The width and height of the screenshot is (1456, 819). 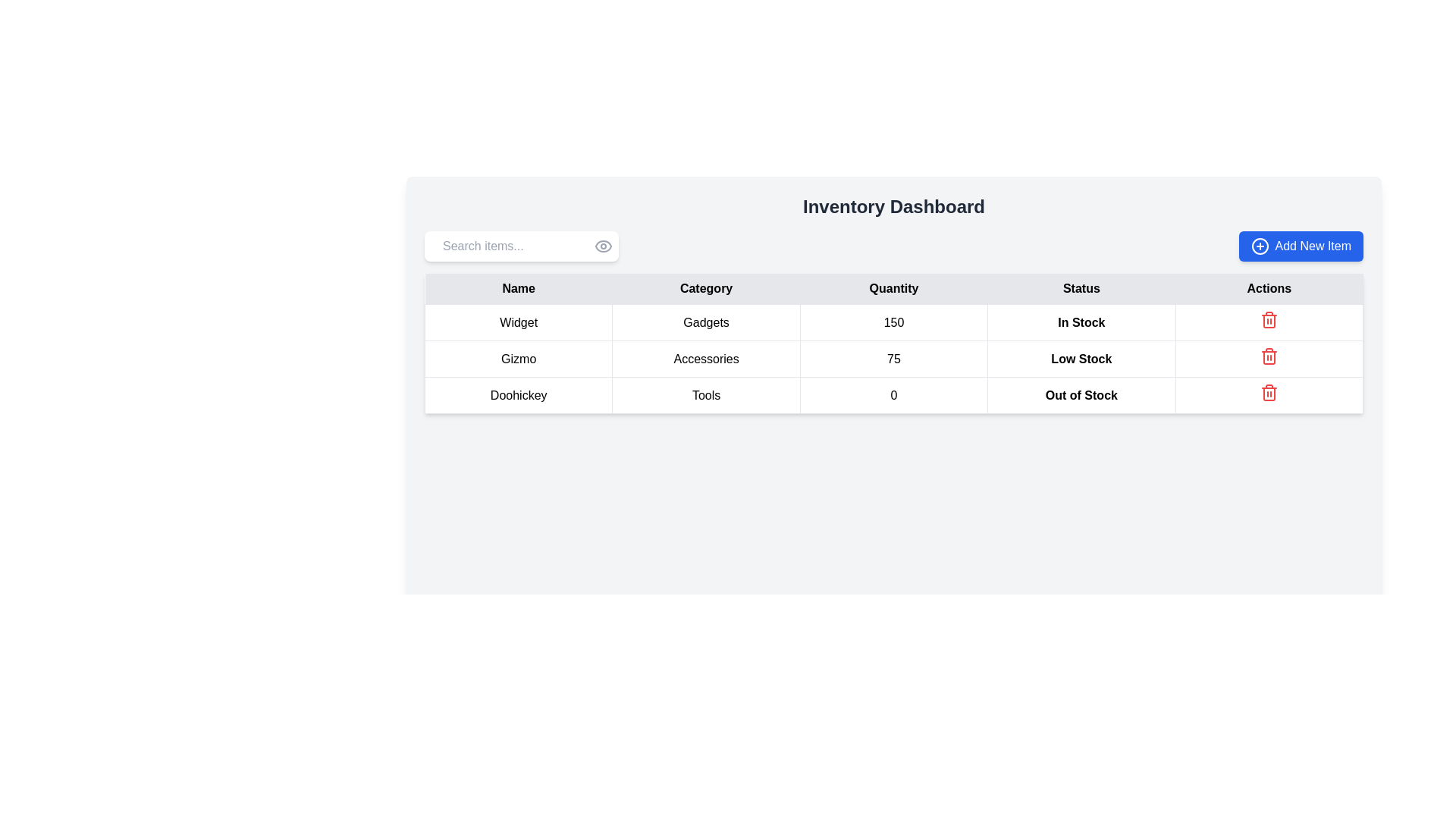 I want to click on the 'In Stock' text label, which is styled with a slightly emphasized bold font and is located under the 'Status' column in the fourth row of the table, next to the '150' quantity value, so click(x=1081, y=322).